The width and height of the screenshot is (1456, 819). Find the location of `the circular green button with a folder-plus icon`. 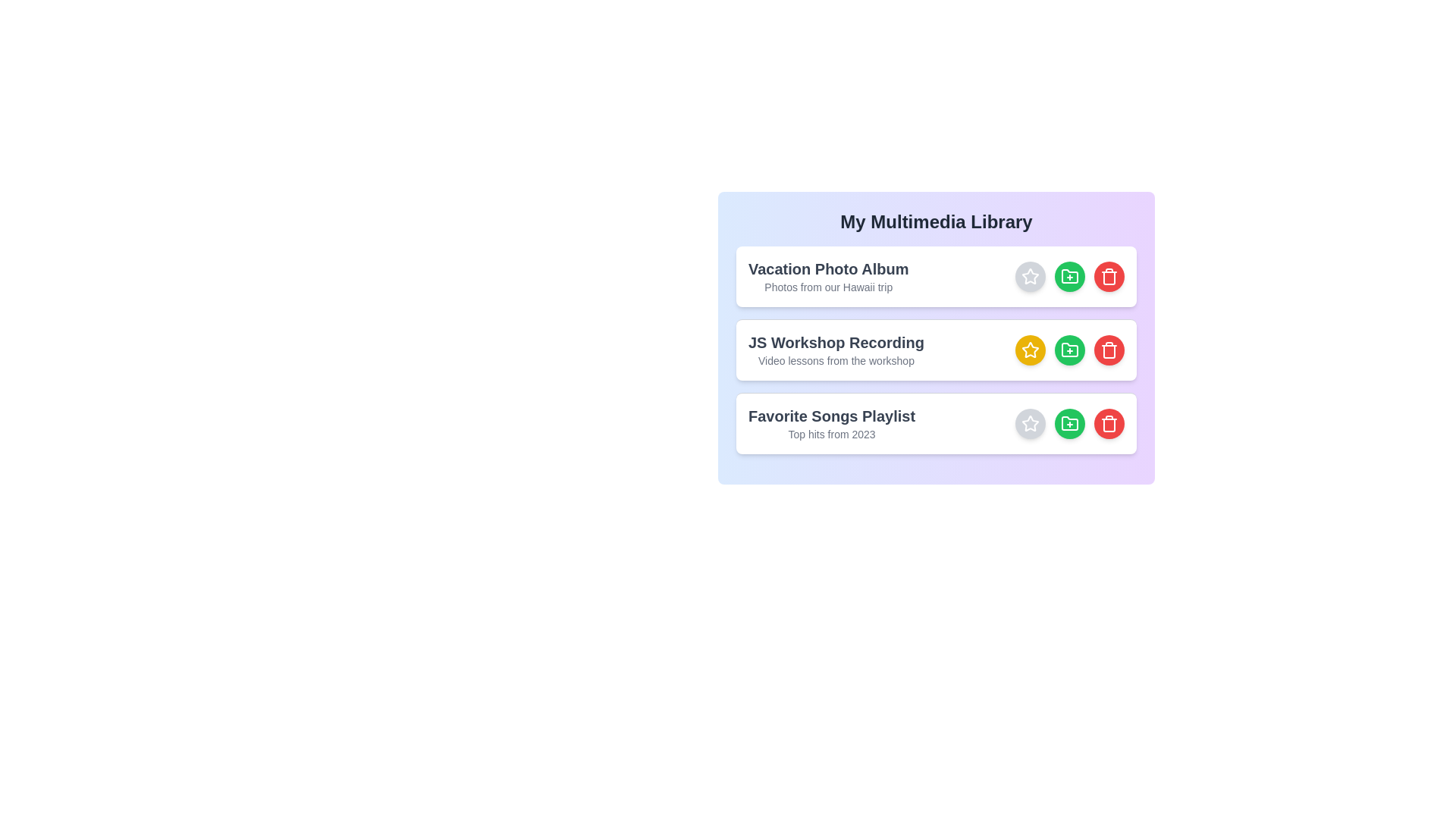

the circular green button with a folder-plus icon is located at coordinates (1069, 350).